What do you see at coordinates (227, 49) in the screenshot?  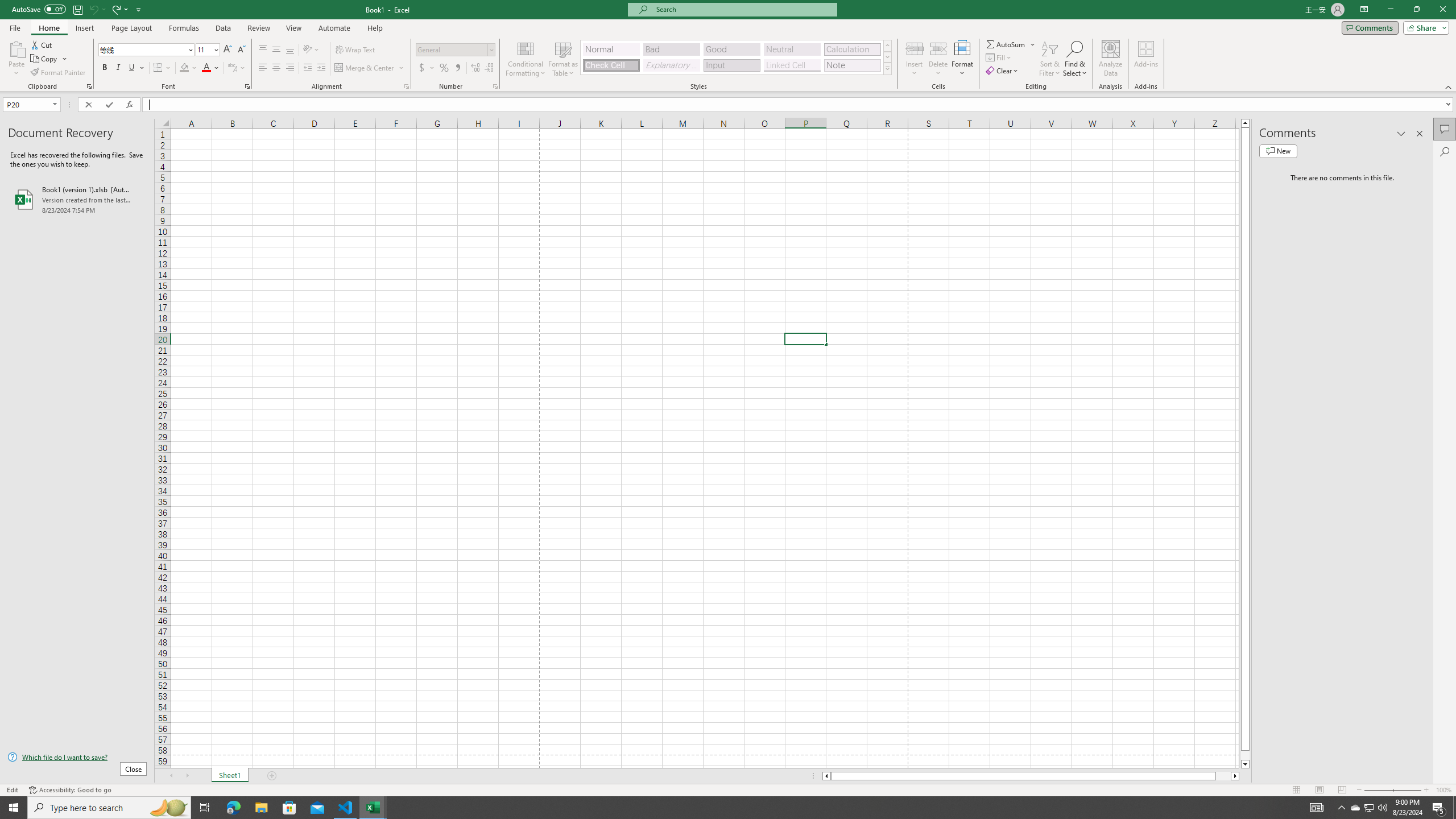 I see `'Increase Font Size'` at bounding box center [227, 49].